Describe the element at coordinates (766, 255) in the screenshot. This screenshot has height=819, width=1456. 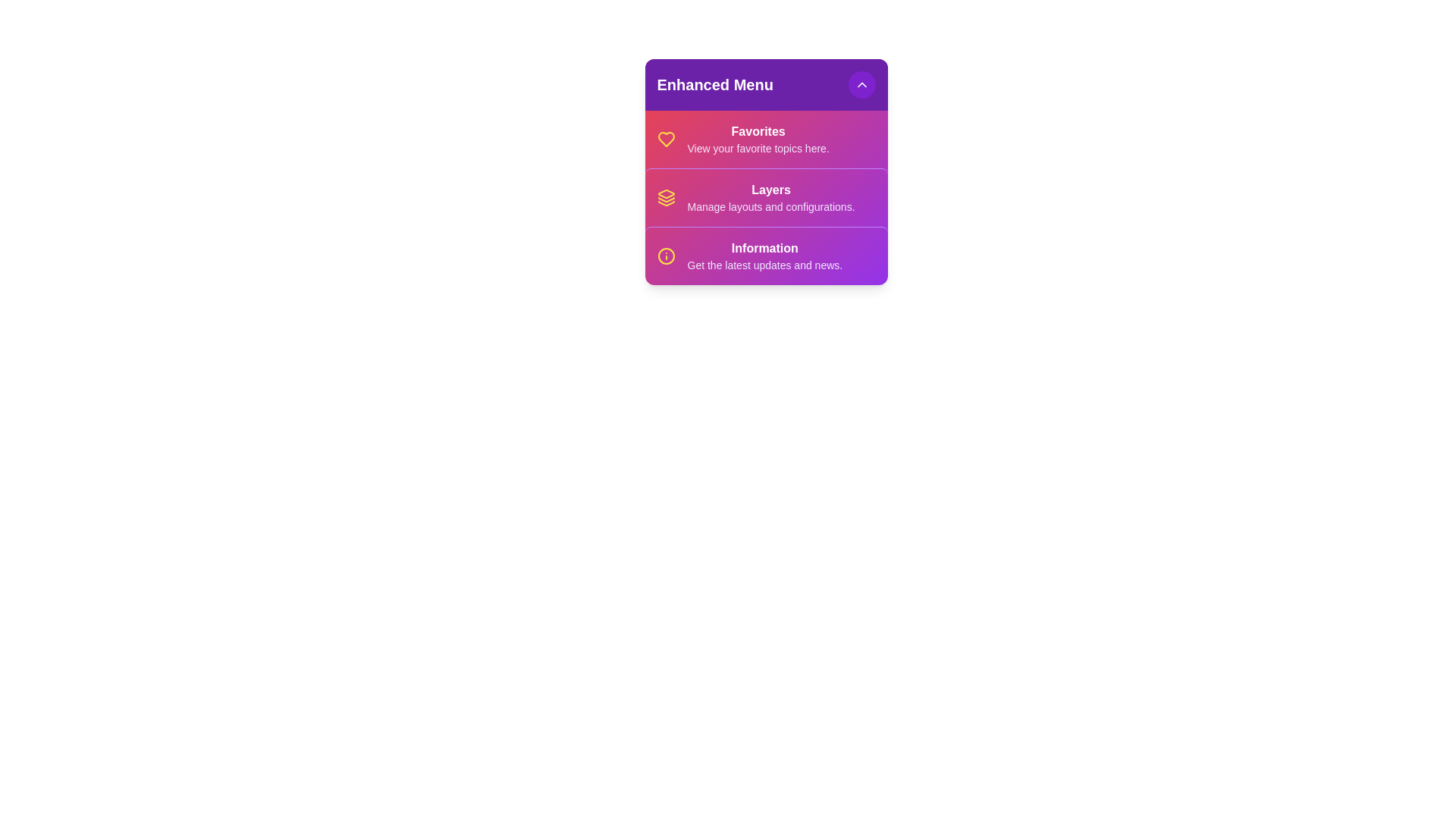
I see `the menu item Information by clicking on it` at that location.